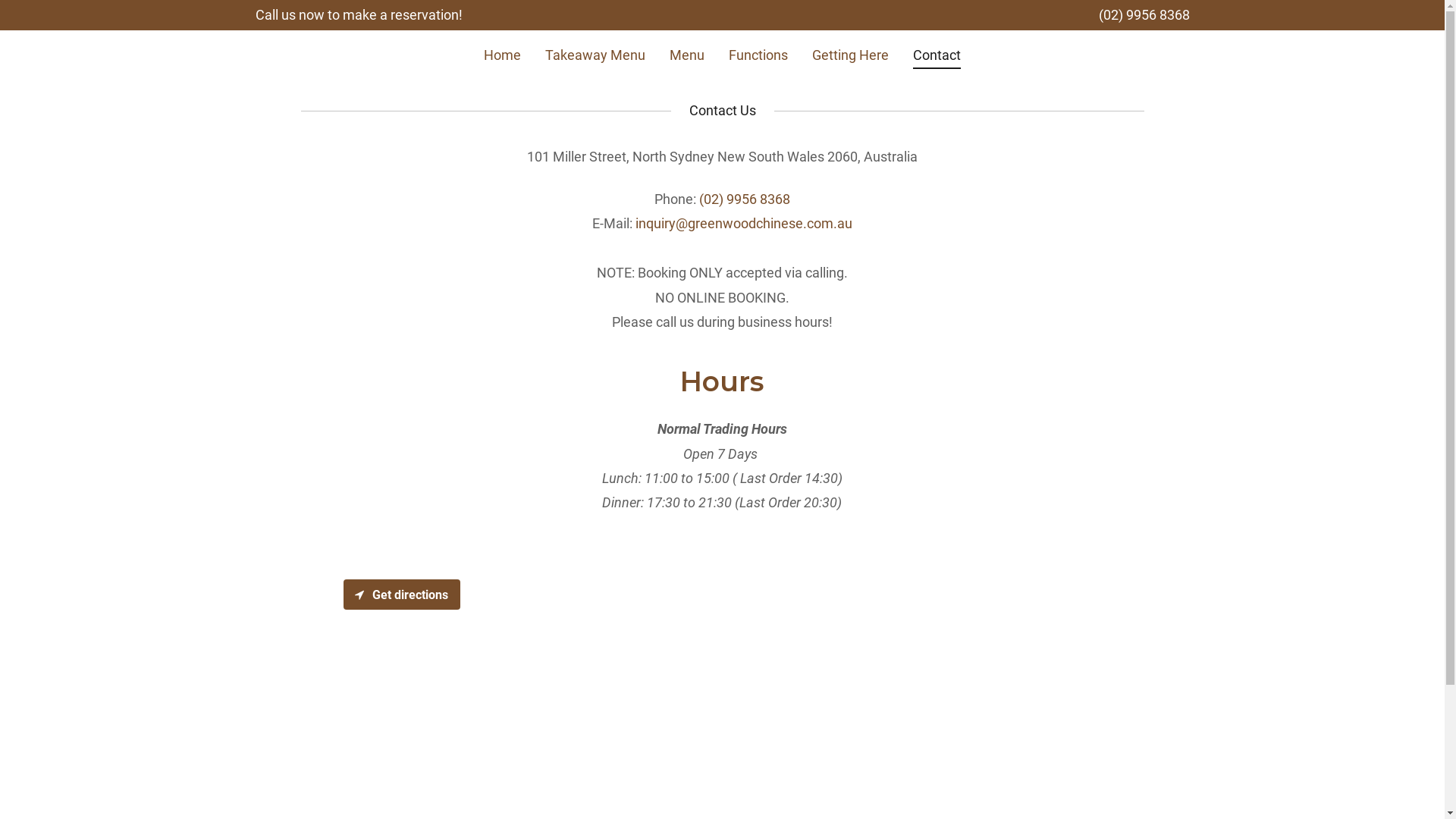  What do you see at coordinates (341, 593) in the screenshot?
I see `'Get directions'` at bounding box center [341, 593].